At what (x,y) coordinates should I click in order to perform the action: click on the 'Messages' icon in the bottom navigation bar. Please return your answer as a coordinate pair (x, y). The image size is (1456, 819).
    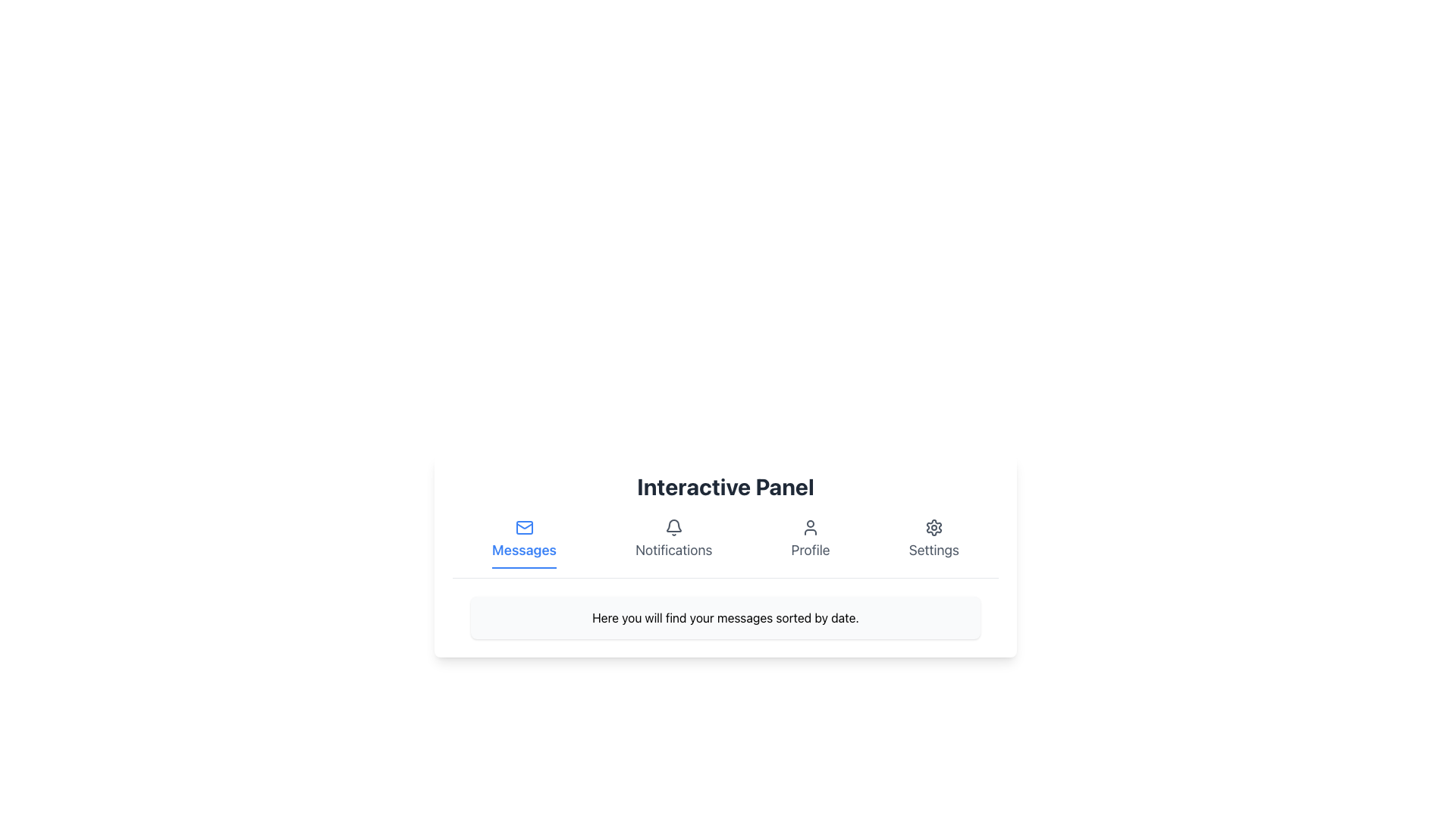
    Looking at the image, I should click on (524, 526).